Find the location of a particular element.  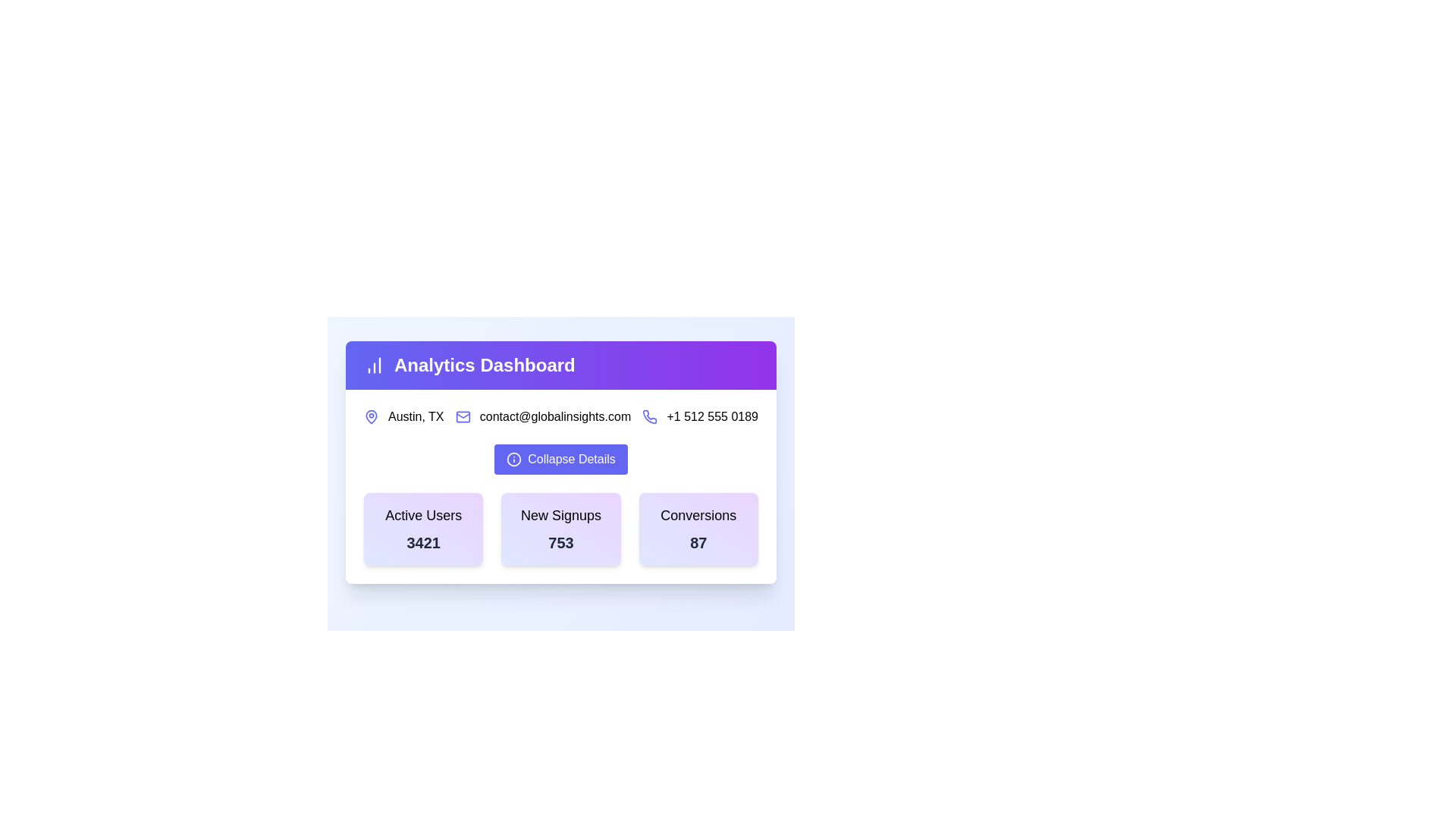

the phone handset icon that represents phone-related information, positioned as the third element in a horizontal layout group containing location and email icons is located at coordinates (650, 417).